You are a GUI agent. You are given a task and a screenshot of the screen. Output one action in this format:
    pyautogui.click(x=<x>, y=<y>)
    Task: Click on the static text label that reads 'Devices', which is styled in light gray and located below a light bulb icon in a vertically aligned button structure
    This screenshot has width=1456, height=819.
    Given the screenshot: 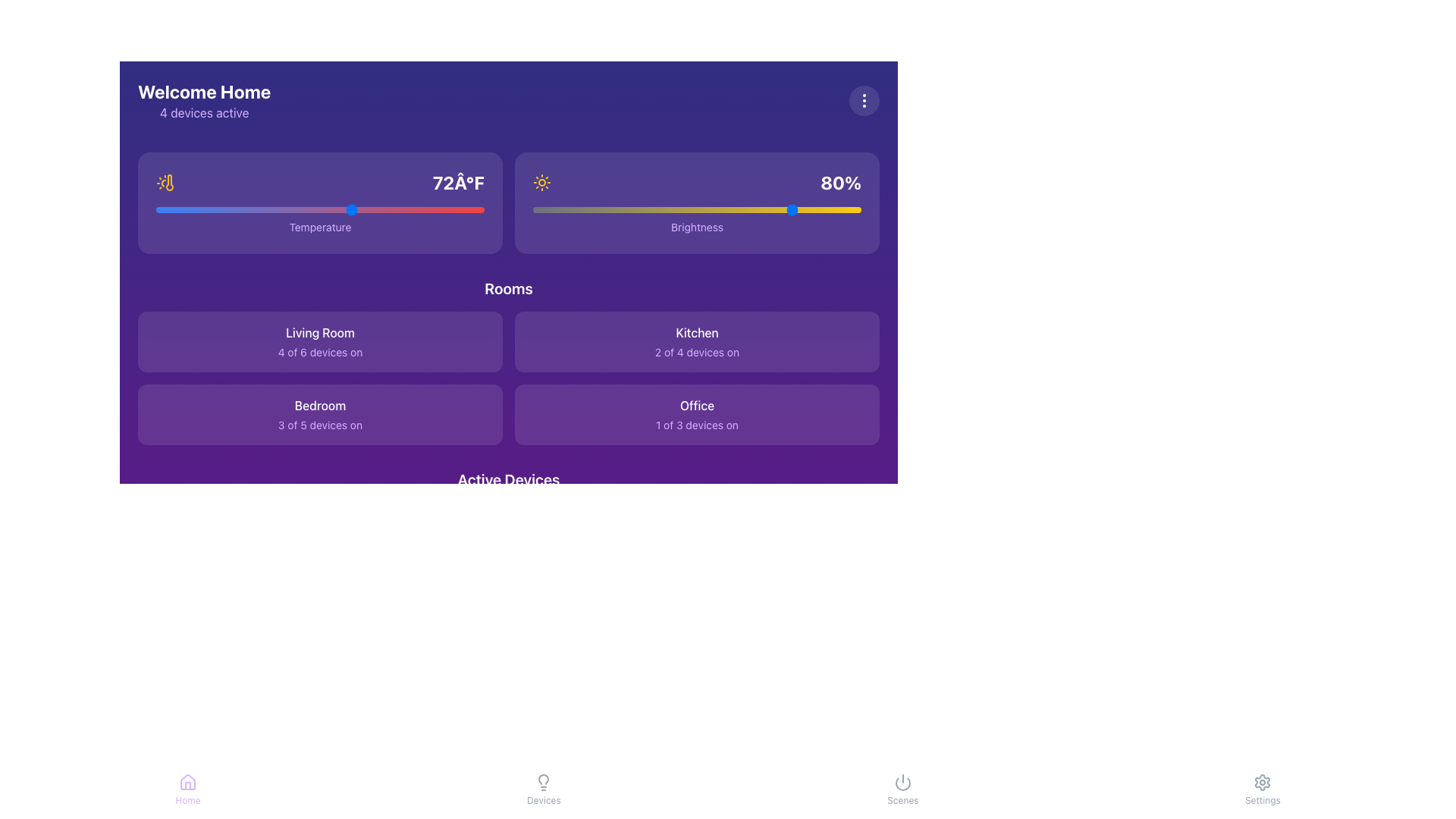 What is the action you would take?
    pyautogui.click(x=544, y=800)
    